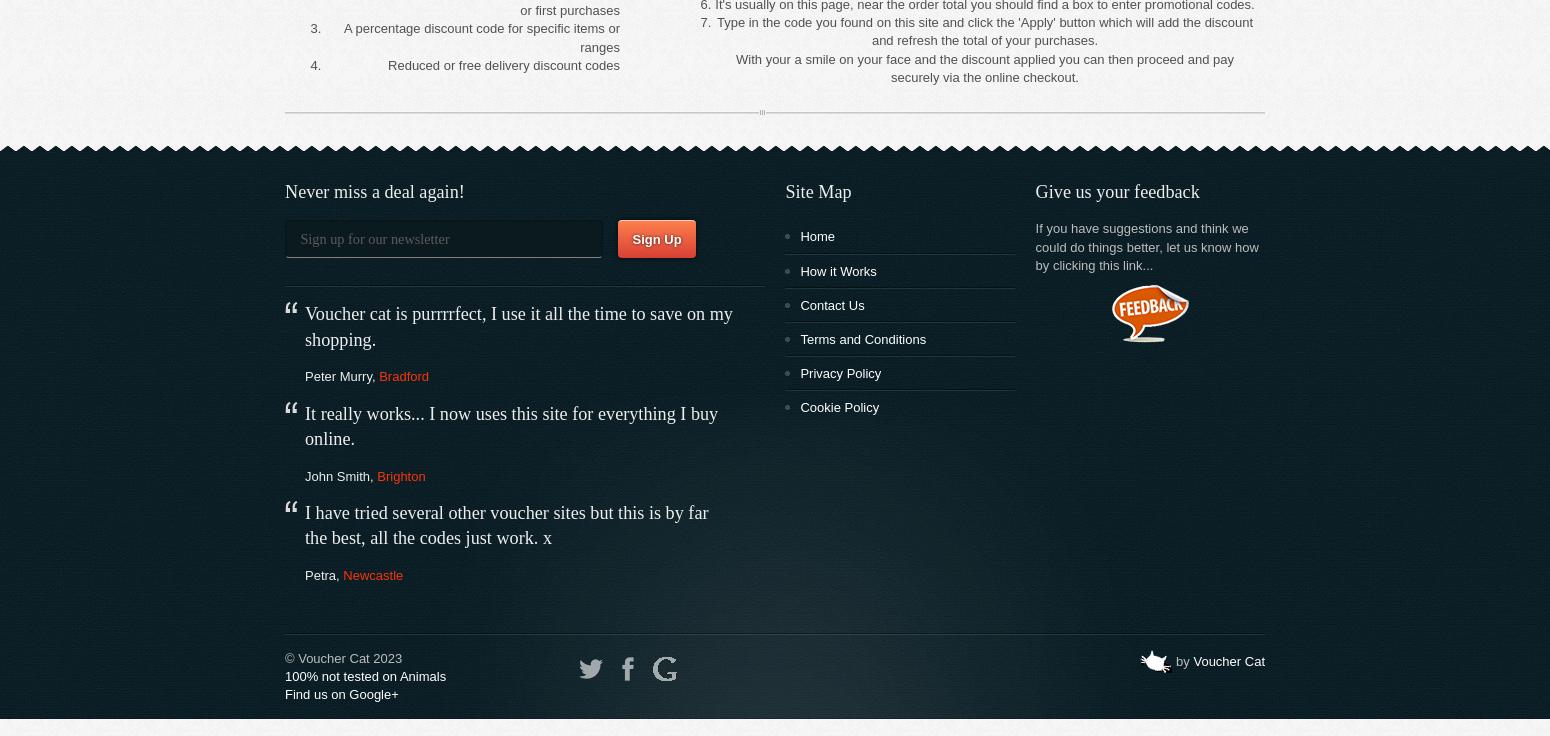 Image resolution: width=1550 pixels, height=736 pixels. What do you see at coordinates (838, 406) in the screenshot?
I see `'Cookie Policy'` at bounding box center [838, 406].